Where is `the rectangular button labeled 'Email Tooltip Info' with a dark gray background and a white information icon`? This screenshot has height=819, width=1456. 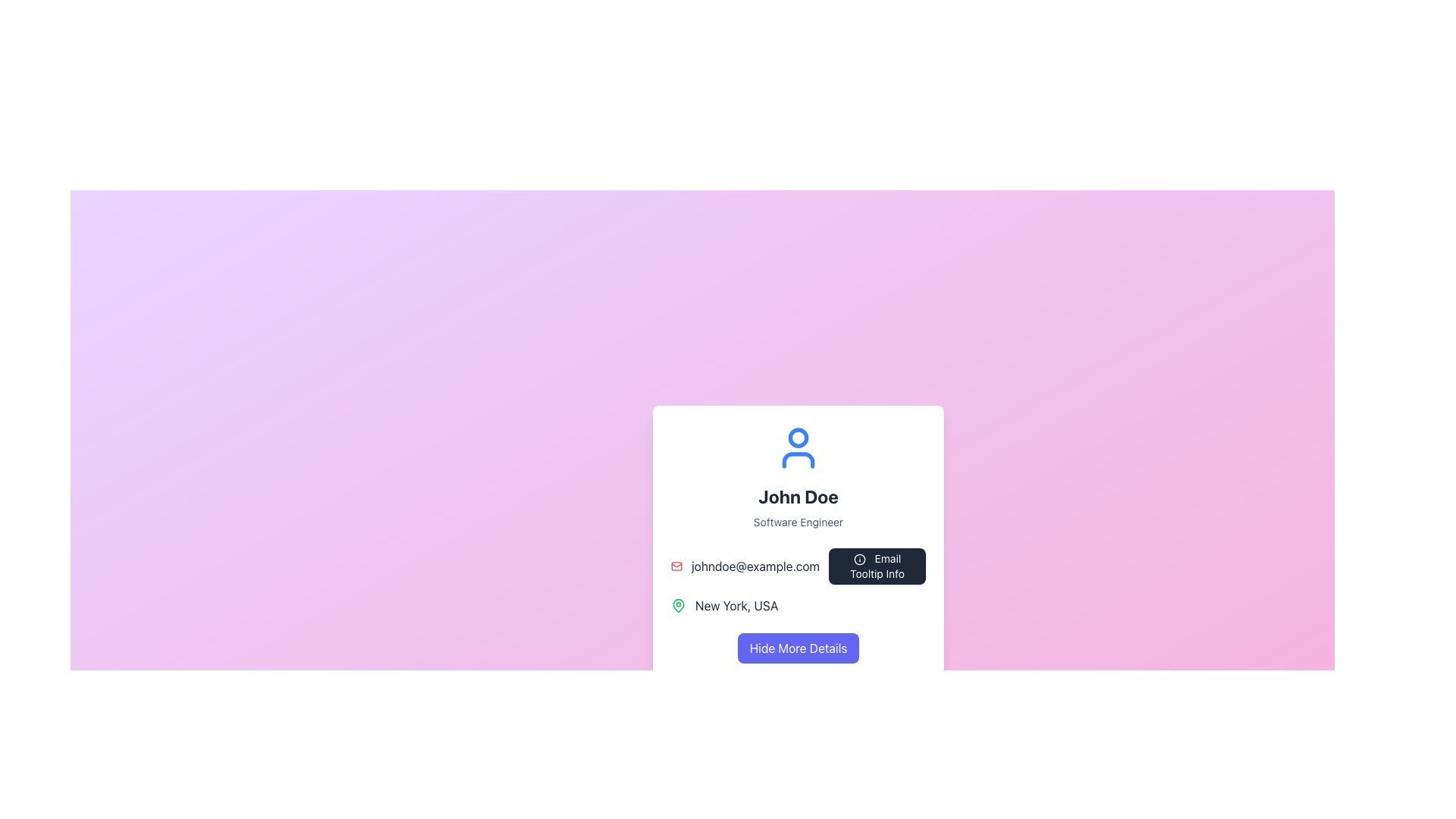
the rectangular button labeled 'Email Tooltip Info' with a dark gray background and a white information icon is located at coordinates (877, 566).